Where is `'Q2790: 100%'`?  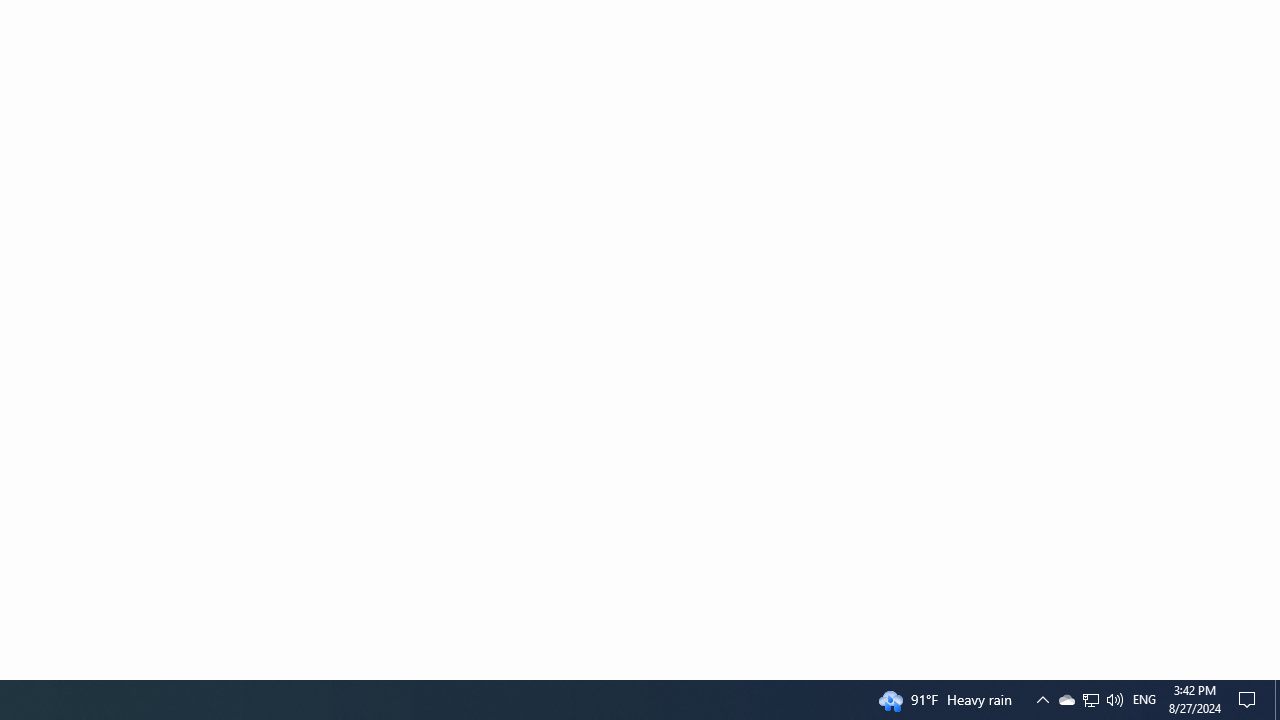
'Q2790: 100%' is located at coordinates (1089, 698).